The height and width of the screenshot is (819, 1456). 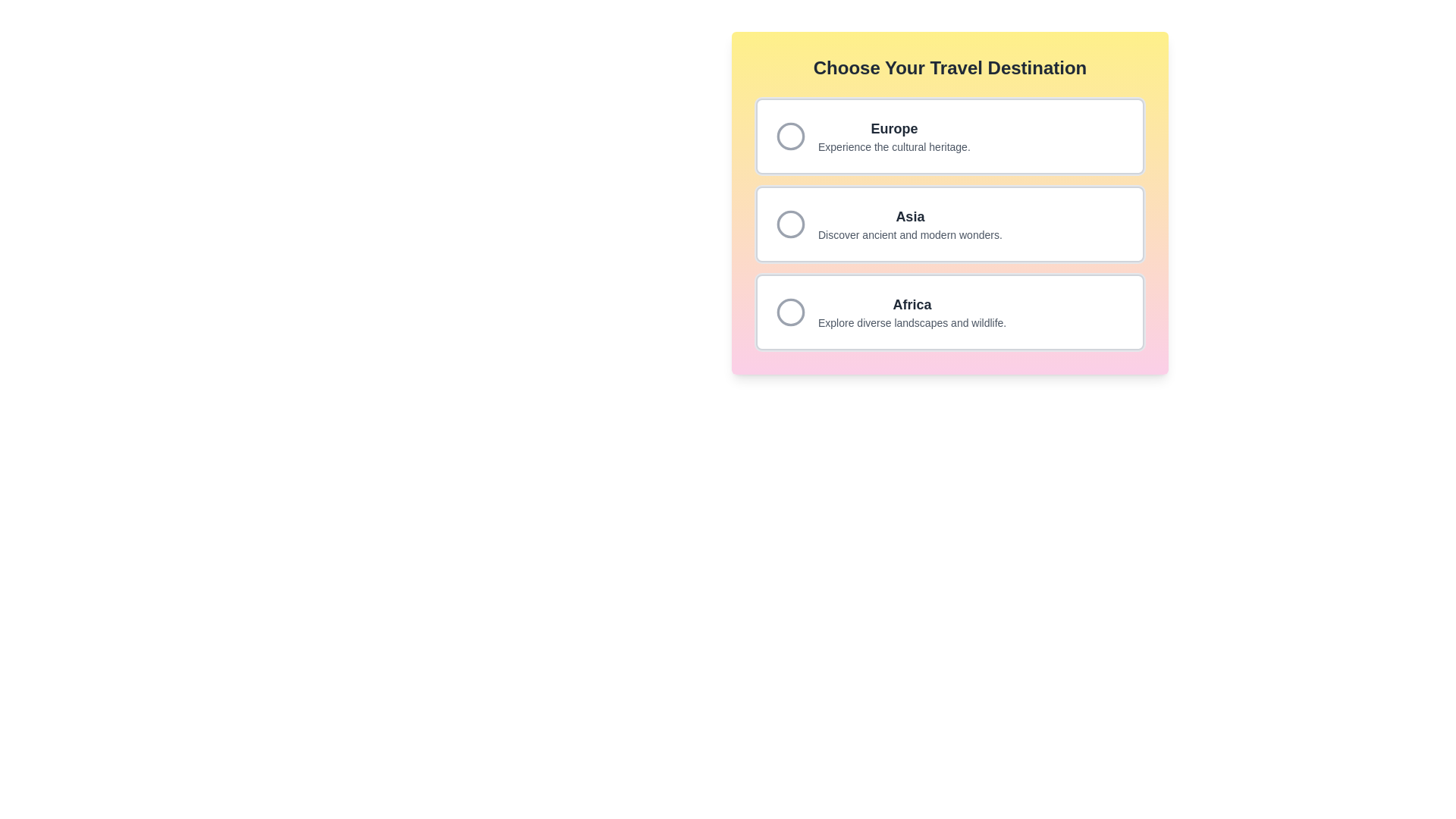 What do you see at coordinates (949, 224) in the screenshot?
I see `to select the 'Asia' destination card, which features a white background, rounded corners, and contains the title 'Asia' in bold, dark text` at bounding box center [949, 224].